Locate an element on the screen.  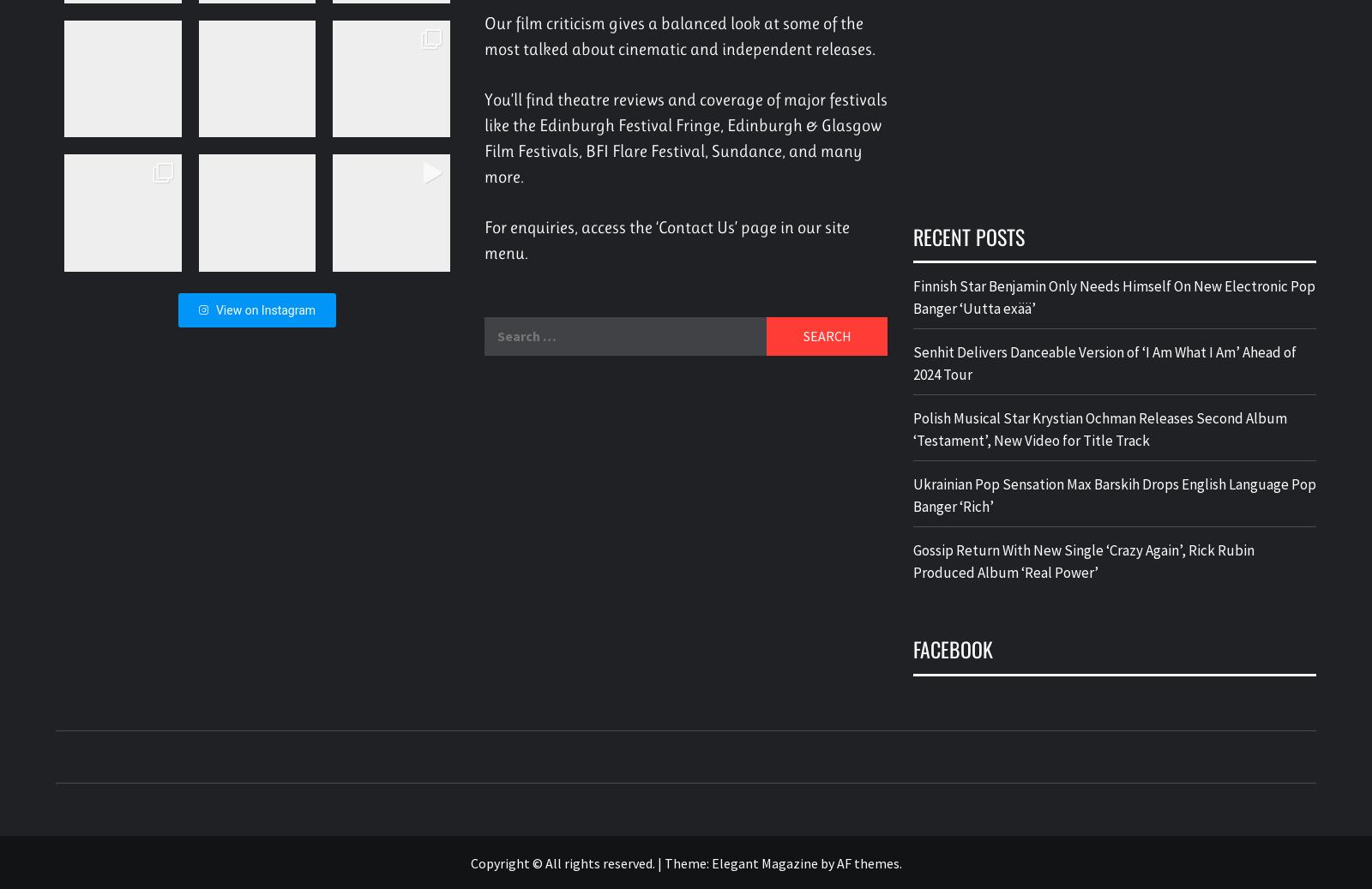
'You’ll find theatre reviews and coverage of major festivals like the Edinburgh Festival Fringe, Edinburgh & Glasgow Film Festivals, BFI Flare Festival, Sundance, and many more.' is located at coordinates (686, 136).